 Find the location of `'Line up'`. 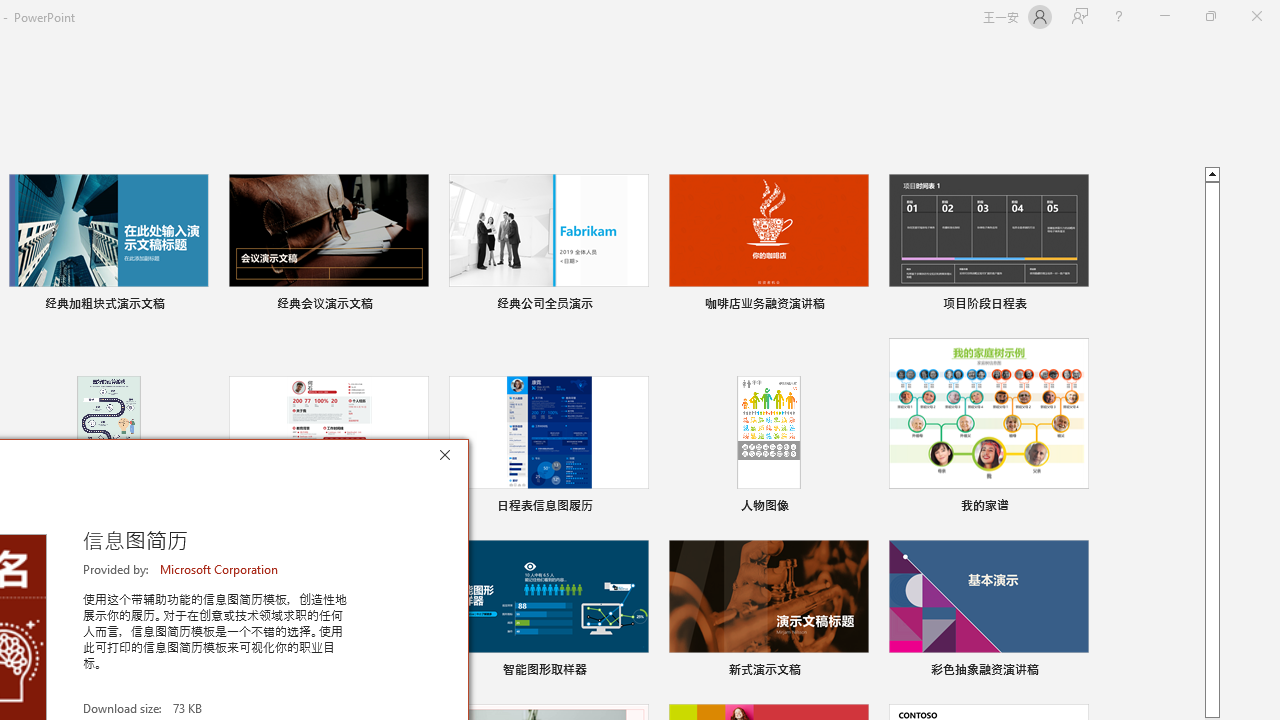

'Line up' is located at coordinates (1211, 172).